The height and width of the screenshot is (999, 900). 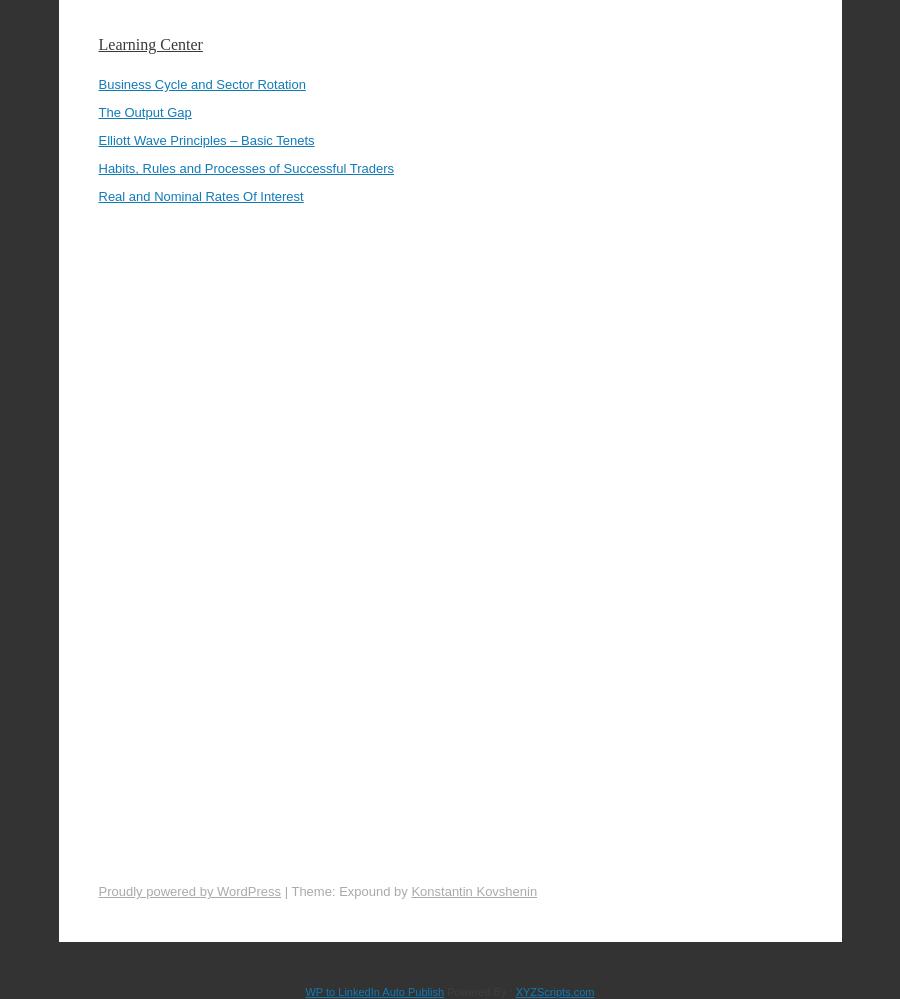 I want to click on 'Konstantin Kovshenin', so click(x=473, y=835).